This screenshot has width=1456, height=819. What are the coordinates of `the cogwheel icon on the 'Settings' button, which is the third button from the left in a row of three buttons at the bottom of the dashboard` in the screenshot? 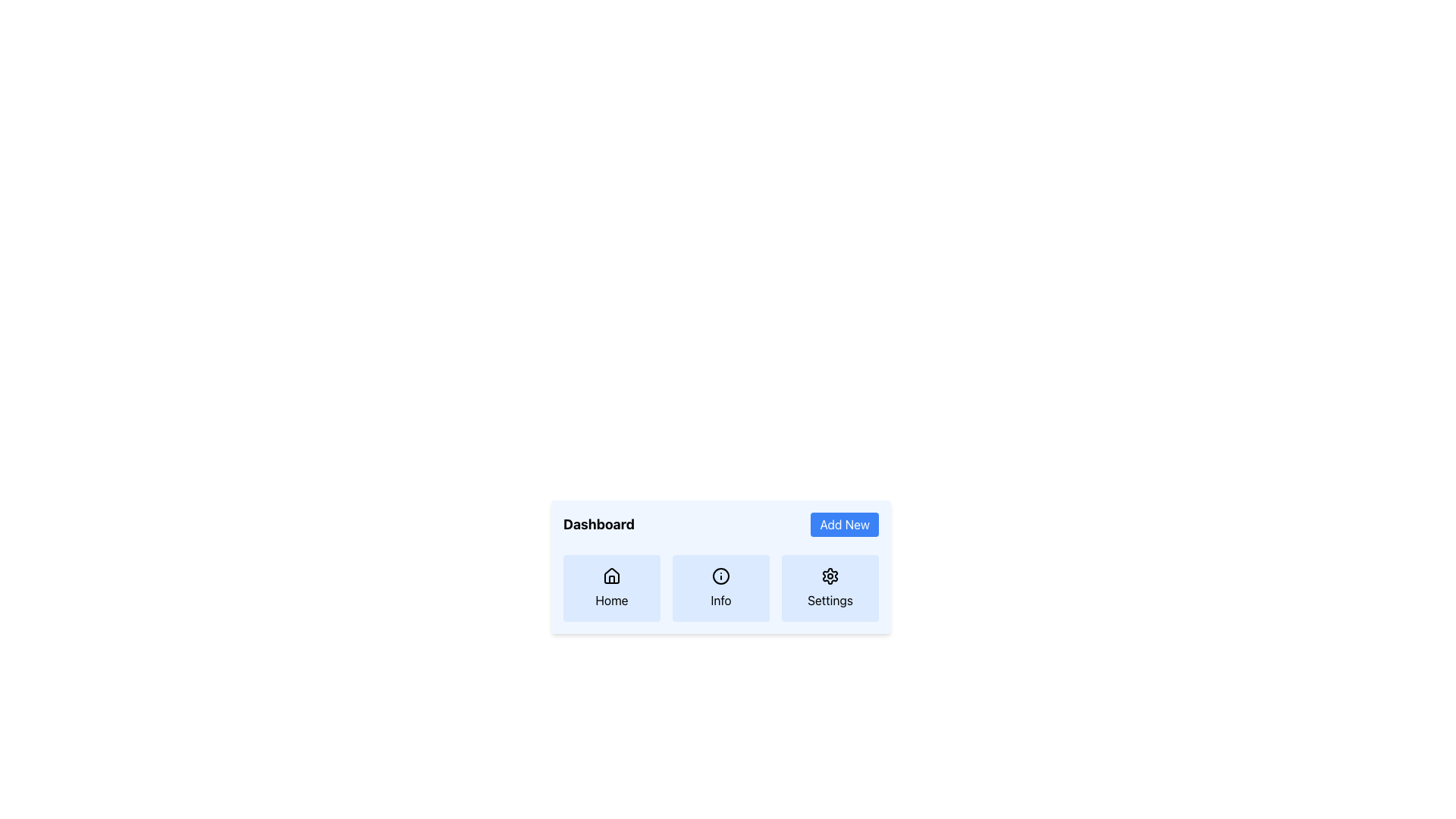 It's located at (829, 576).